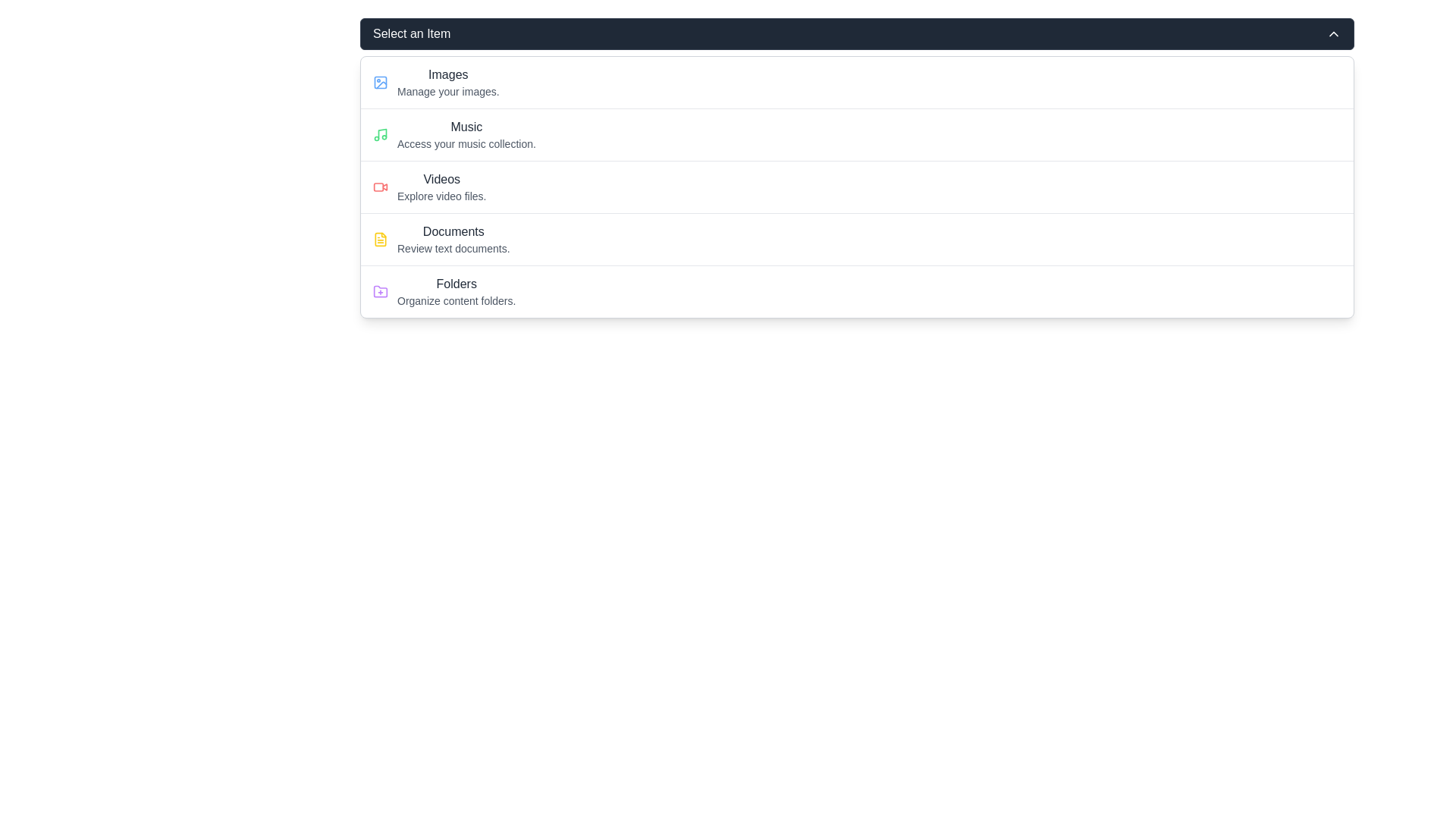  Describe the element at coordinates (857, 186) in the screenshot. I see `the third item in the vertical list of categories` at that location.